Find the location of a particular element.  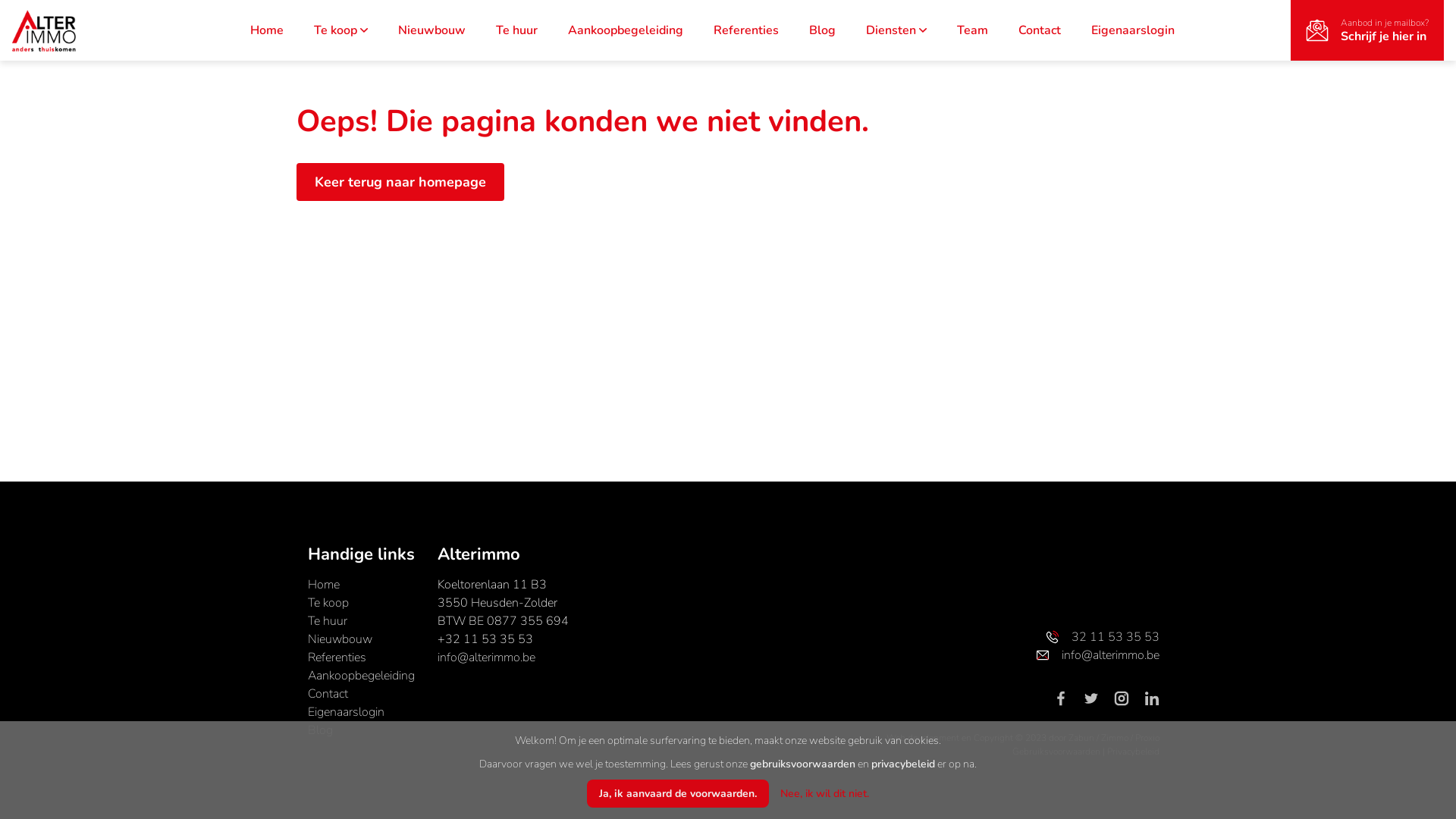

'Keer terug naar homepage' is located at coordinates (400, 180).